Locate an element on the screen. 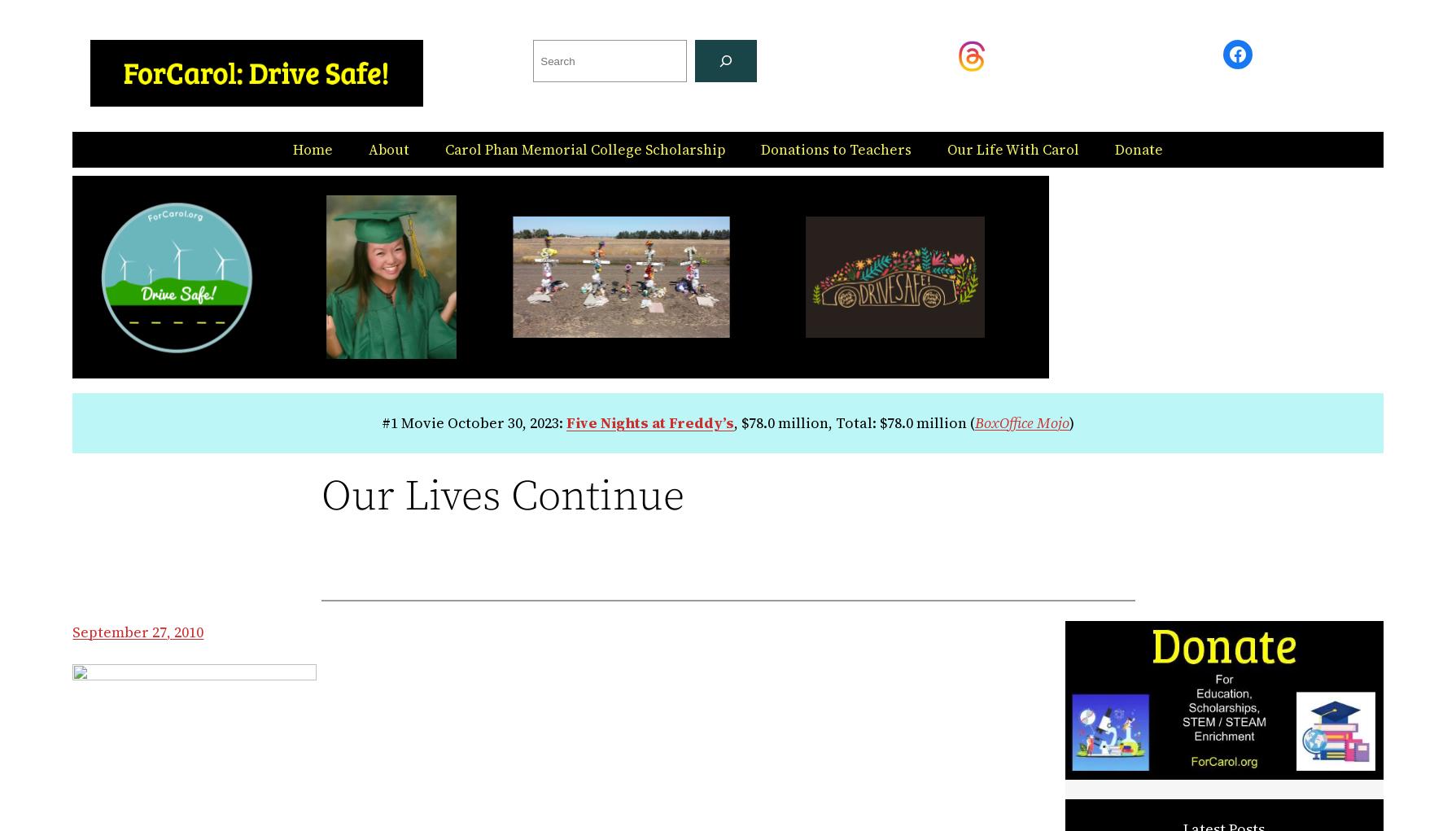  ', $78.0 million, Total: $78.0 million (' is located at coordinates (853, 422).